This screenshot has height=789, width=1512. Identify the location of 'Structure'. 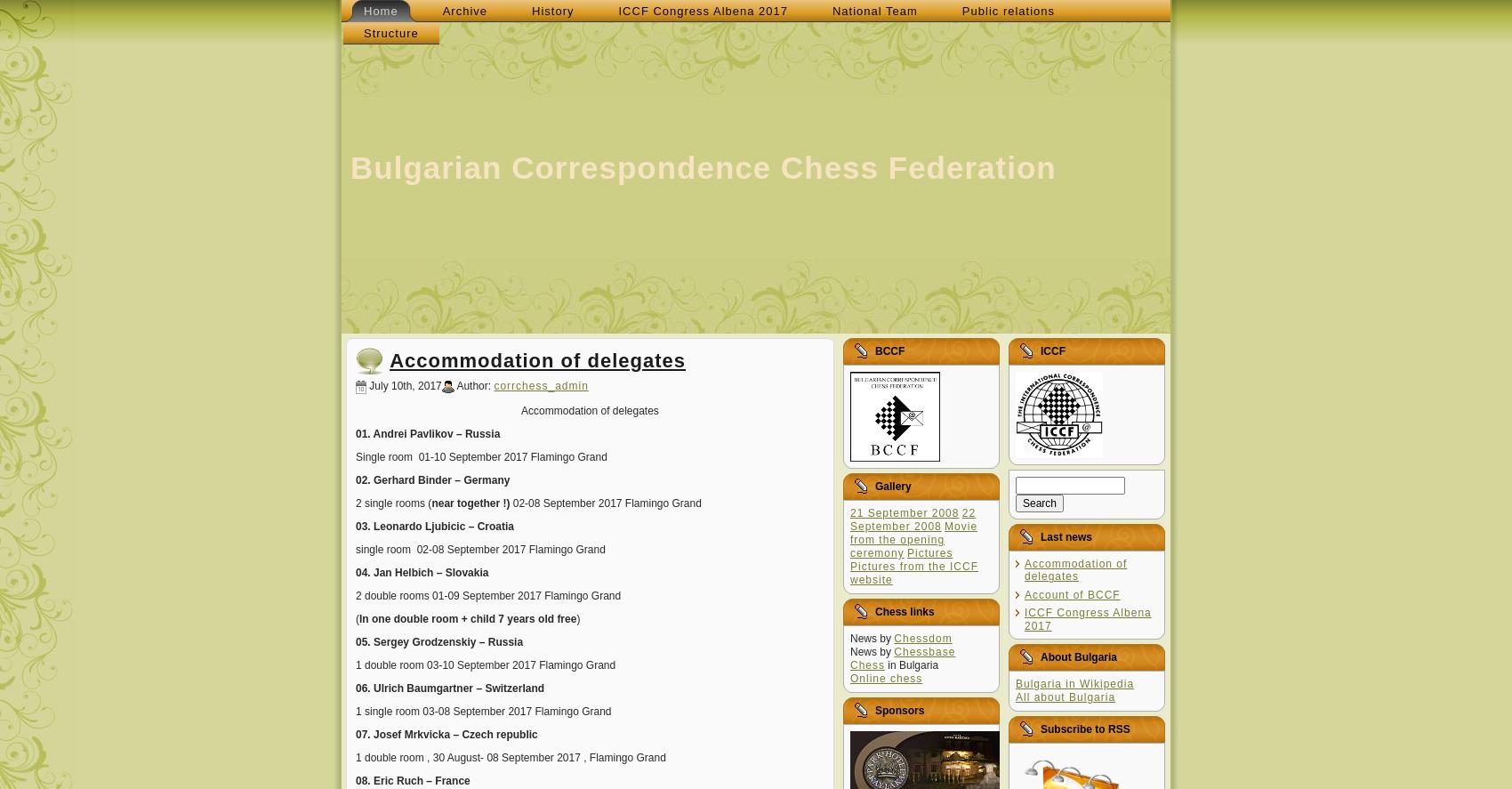
(390, 33).